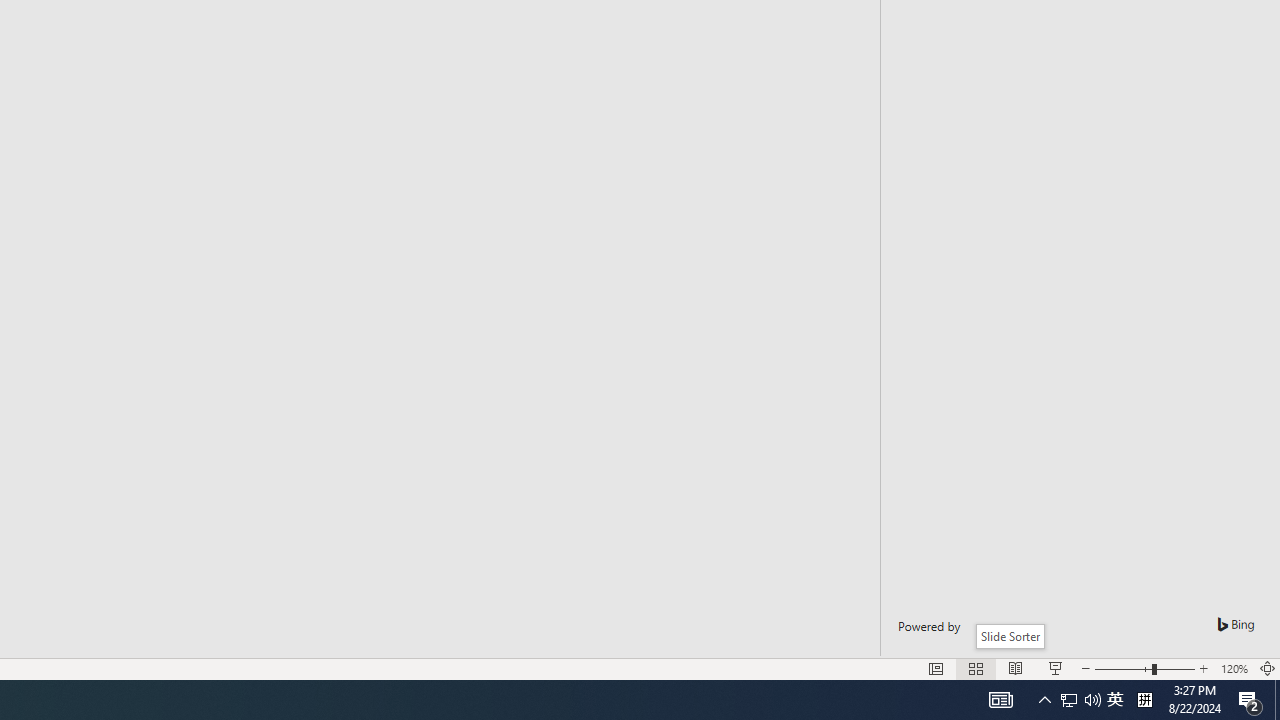  What do you see at coordinates (1203, 669) in the screenshot?
I see `'Zoom In'` at bounding box center [1203, 669].